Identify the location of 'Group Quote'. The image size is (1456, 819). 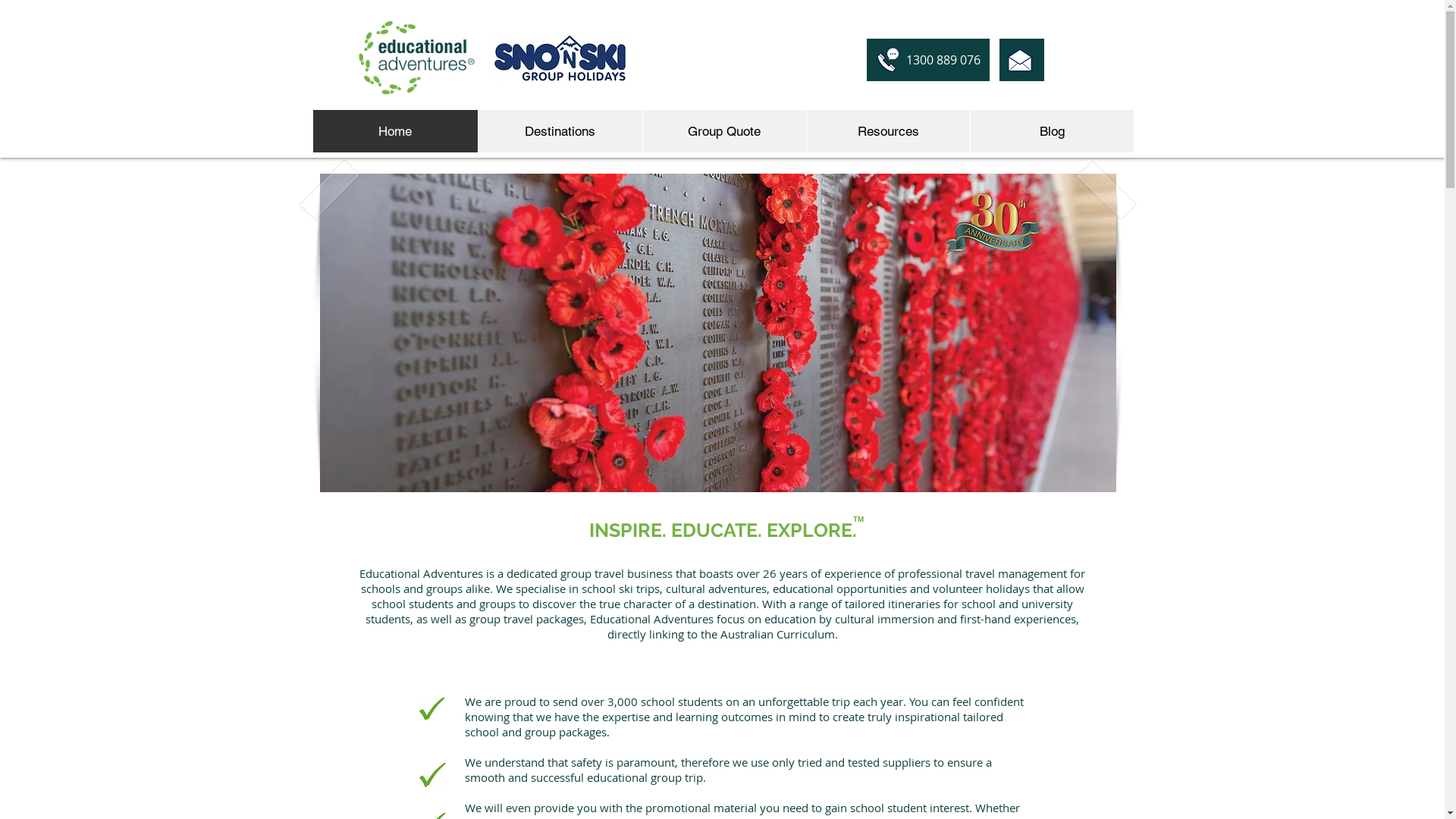
(723, 130).